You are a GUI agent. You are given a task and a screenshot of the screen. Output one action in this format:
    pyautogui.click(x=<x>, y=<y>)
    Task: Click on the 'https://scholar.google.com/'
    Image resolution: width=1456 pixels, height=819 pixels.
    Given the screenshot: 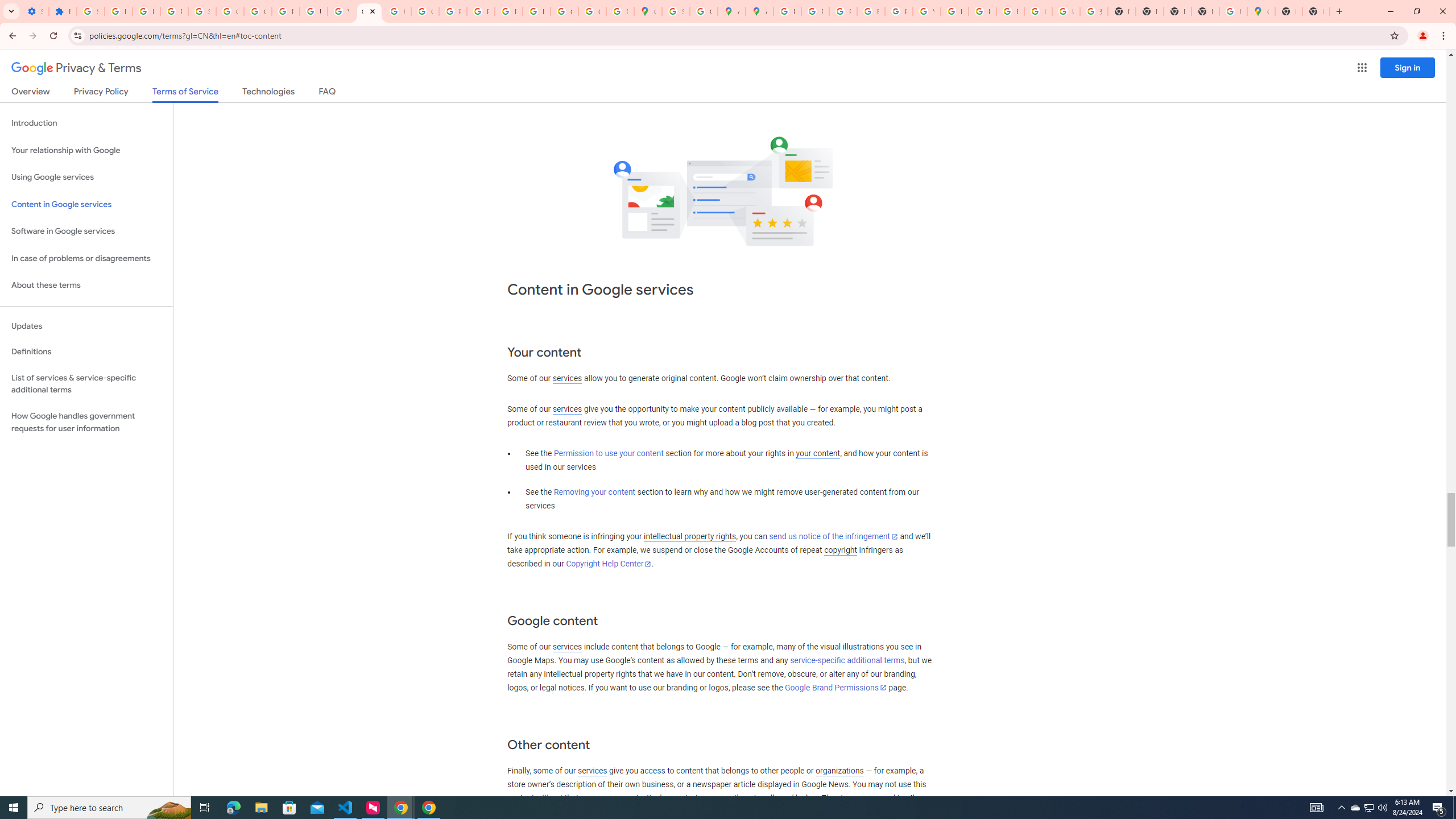 What is the action you would take?
    pyautogui.click(x=396, y=11)
    